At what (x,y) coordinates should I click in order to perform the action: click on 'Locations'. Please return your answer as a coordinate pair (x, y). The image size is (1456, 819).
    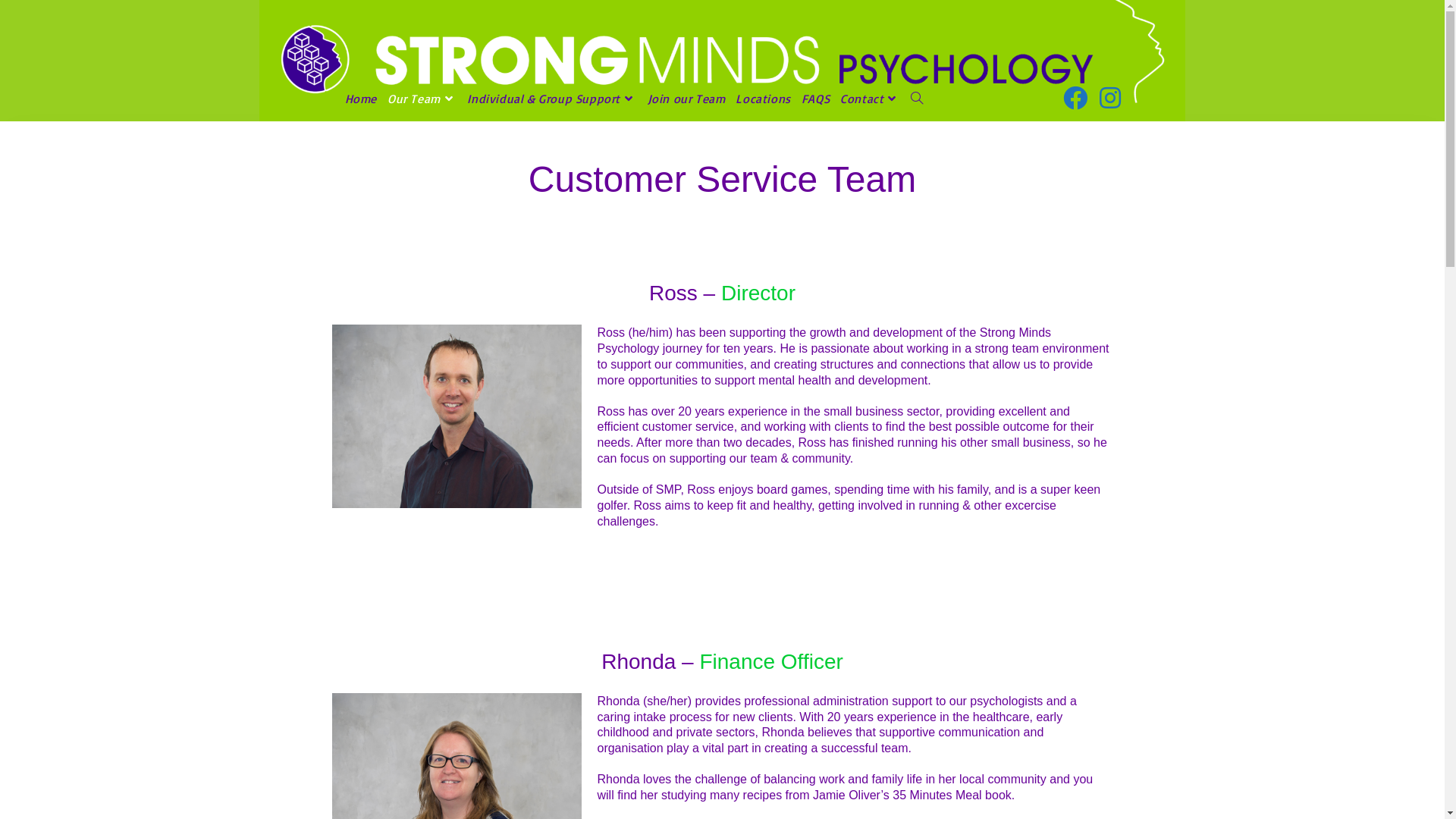
    Looking at the image, I should click on (763, 99).